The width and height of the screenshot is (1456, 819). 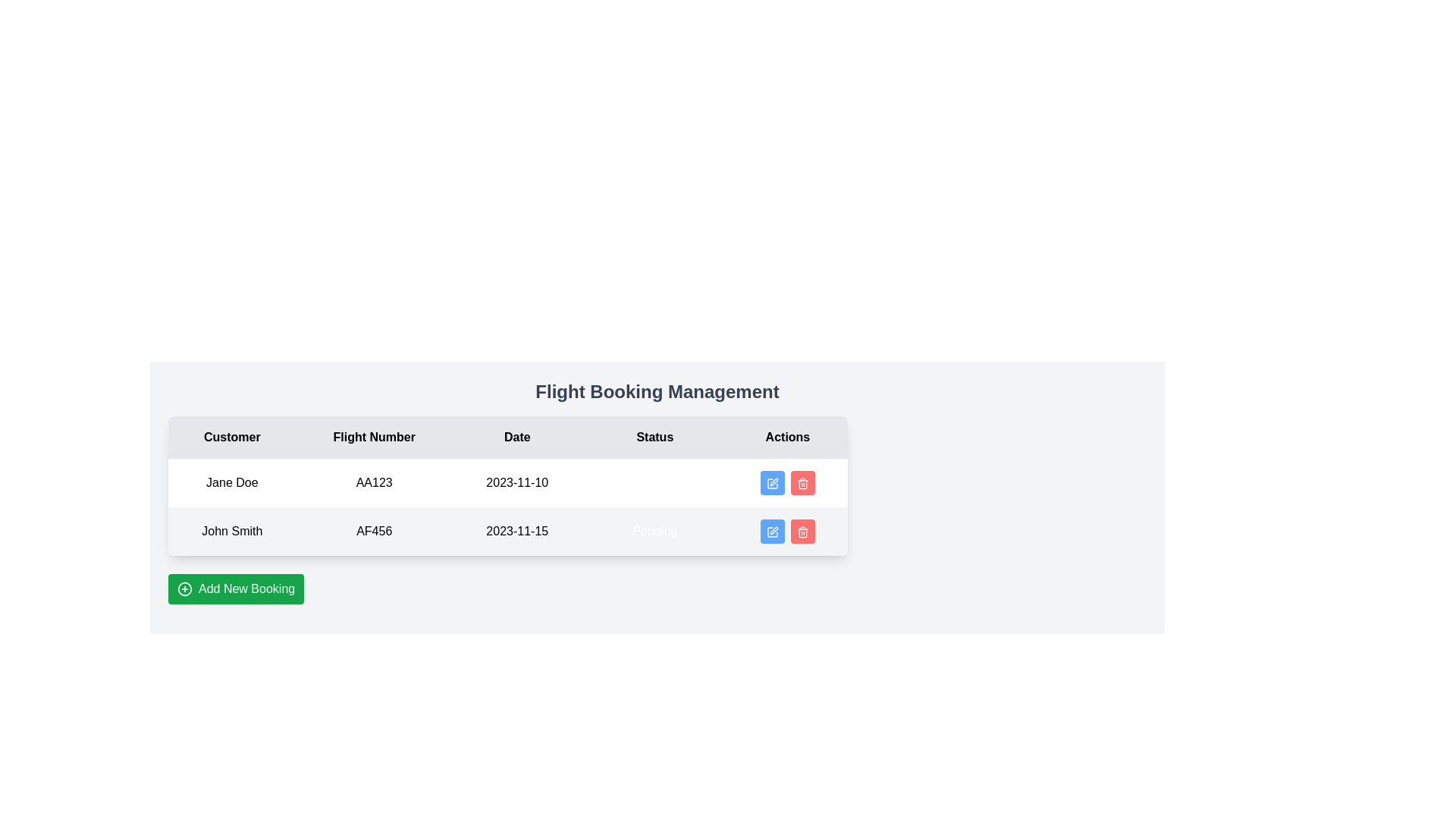 What do you see at coordinates (772, 531) in the screenshot?
I see `the edit icon located in the second row under the 'Actions' column in the 'Flight Booking Management' table to initiate an edit action` at bounding box center [772, 531].